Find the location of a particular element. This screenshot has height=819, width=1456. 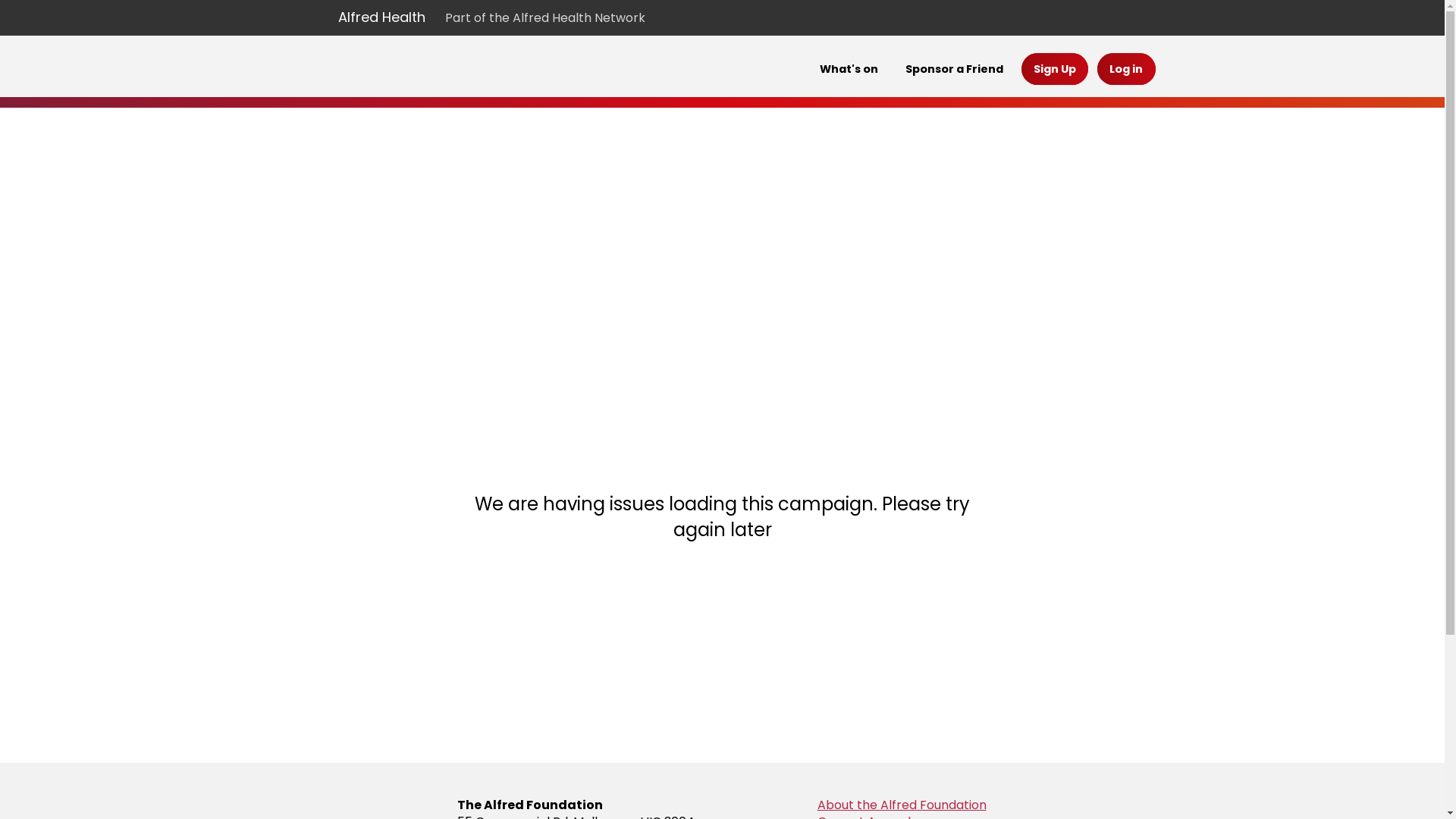

'What's on' is located at coordinates (848, 69).